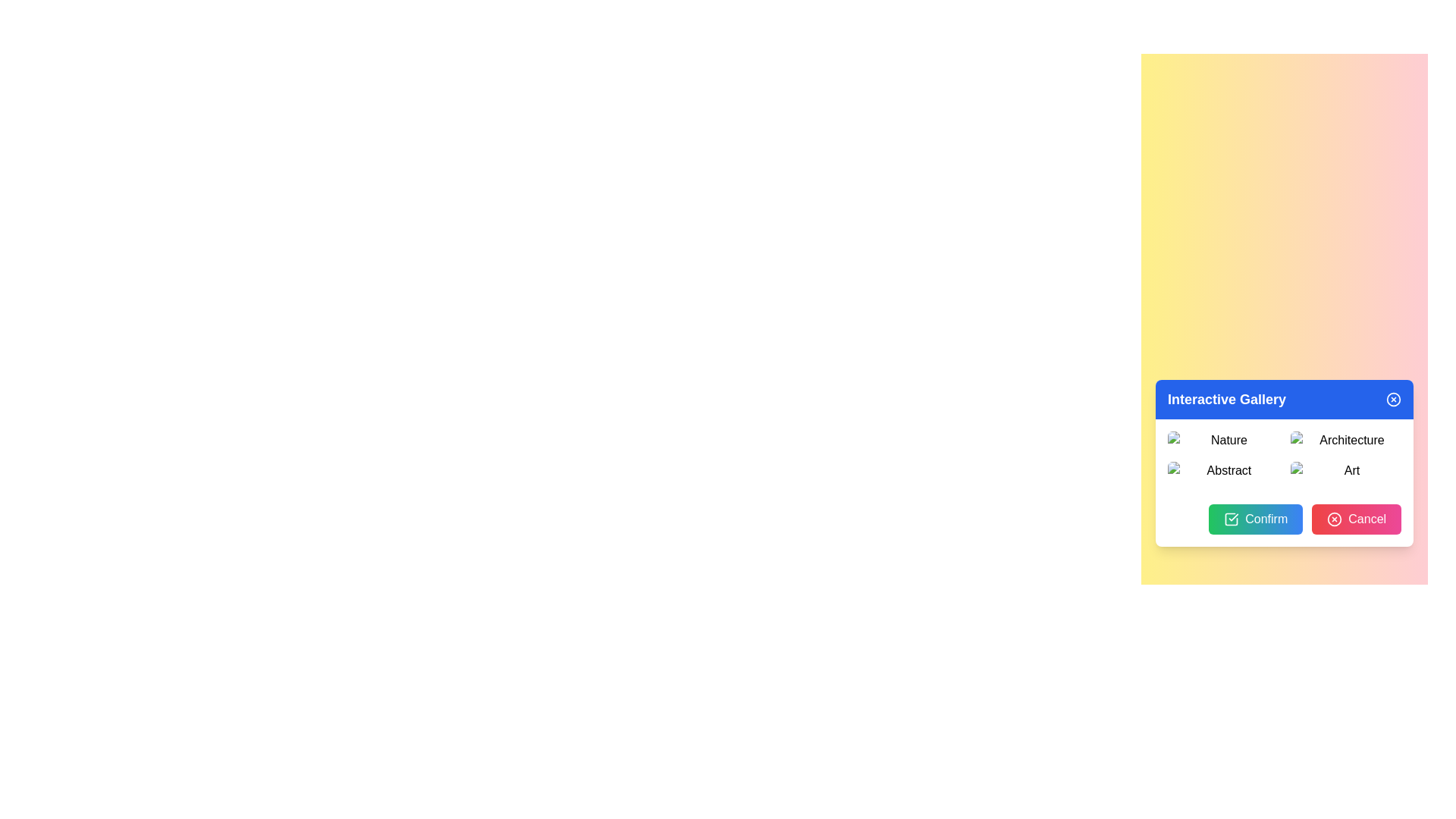 This screenshot has height=819, width=1456. I want to click on the 'Abstract' selectable grid item in the Interactive Gallery, so click(1222, 470).